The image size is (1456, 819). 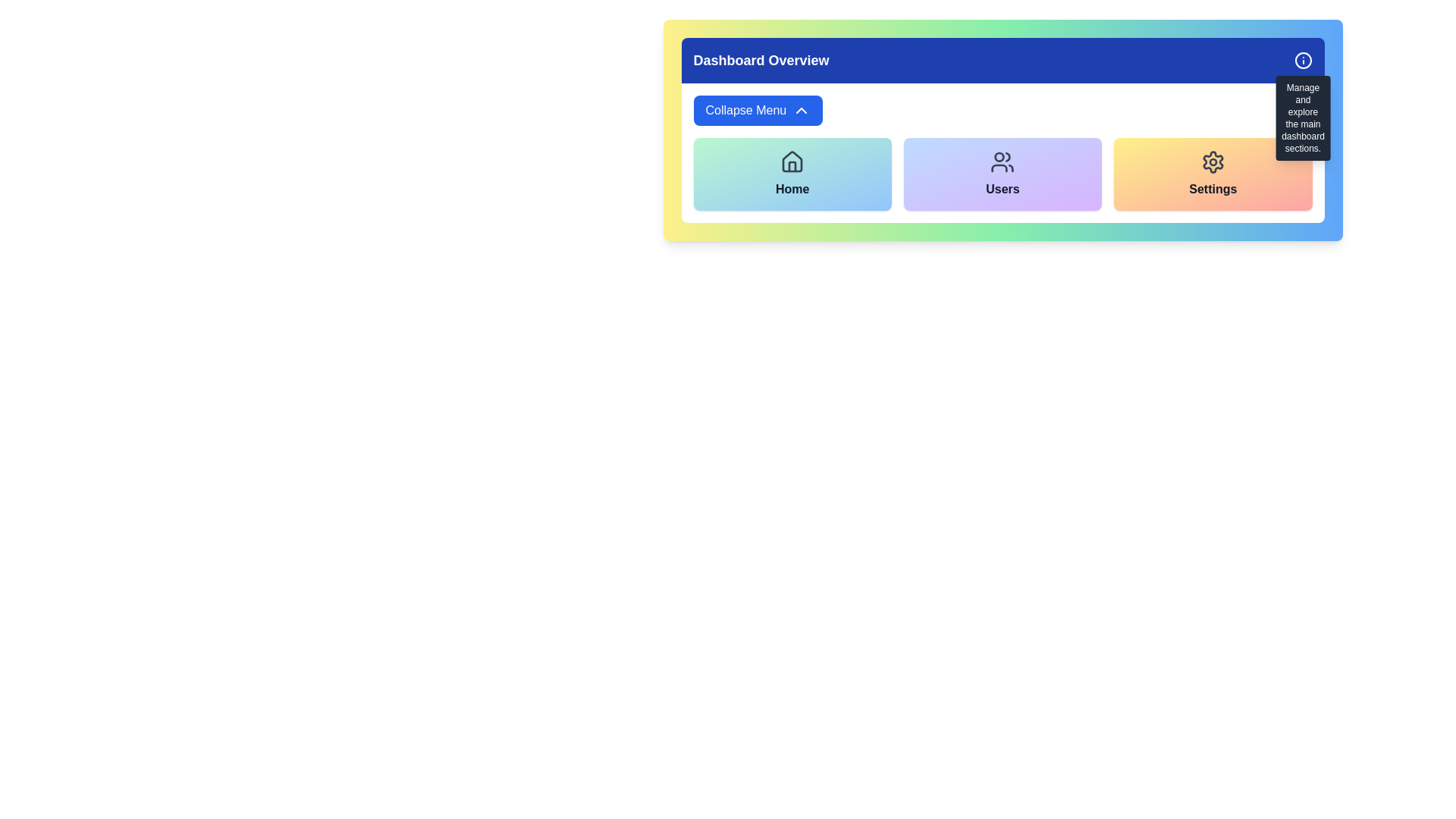 What do you see at coordinates (1302, 60) in the screenshot?
I see `the Tooltip-trigger icon, which is a circular icon with a blue background and white 'i' symbol located at the top-right corner of the header section, next to the 'Dashboard Overview' text` at bounding box center [1302, 60].